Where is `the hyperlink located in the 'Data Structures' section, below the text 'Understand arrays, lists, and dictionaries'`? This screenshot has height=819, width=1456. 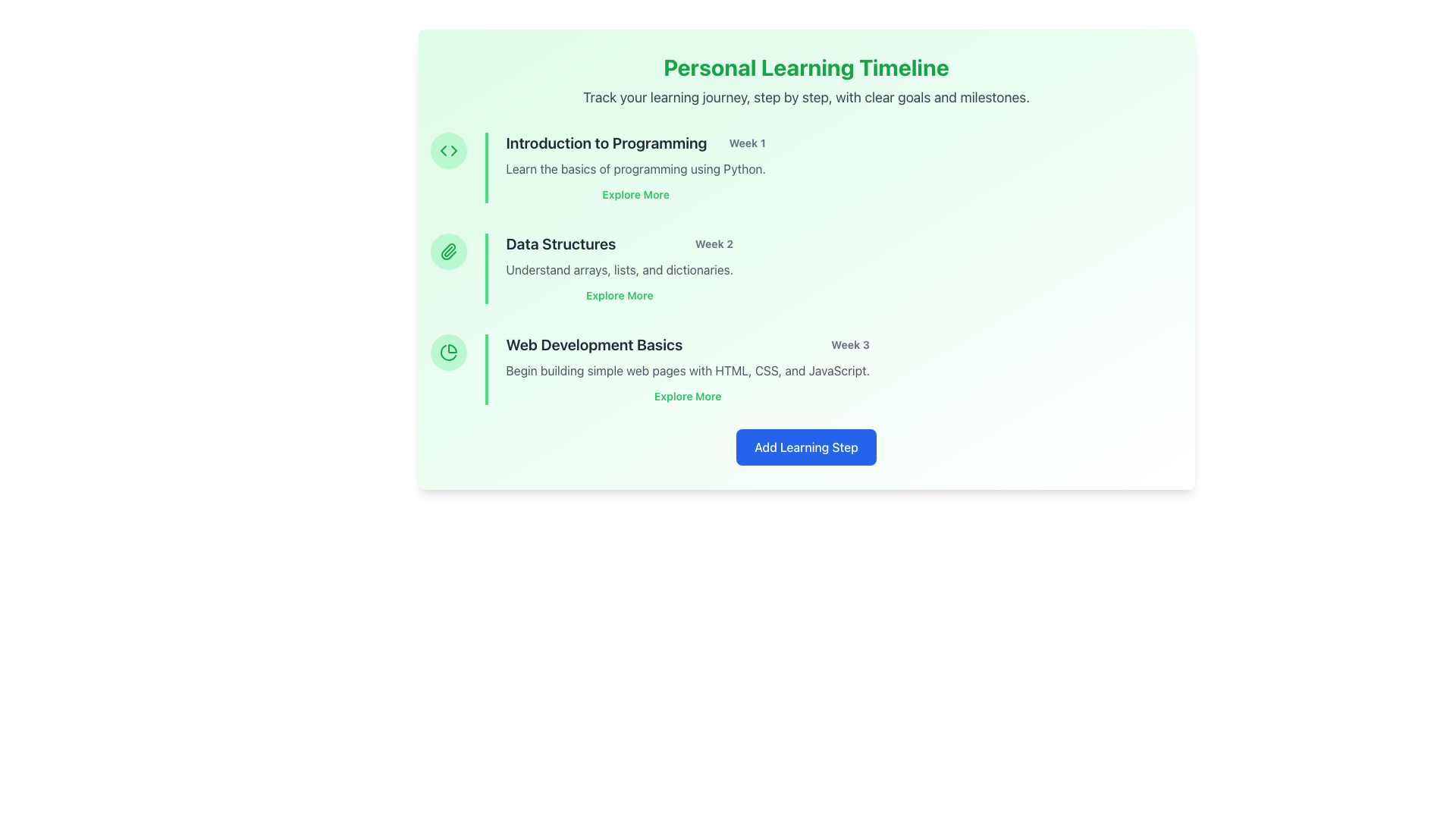 the hyperlink located in the 'Data Structures' section, below the text 'Understand arrays, lists, and dictionaries' is located at coordinates (620, 295).